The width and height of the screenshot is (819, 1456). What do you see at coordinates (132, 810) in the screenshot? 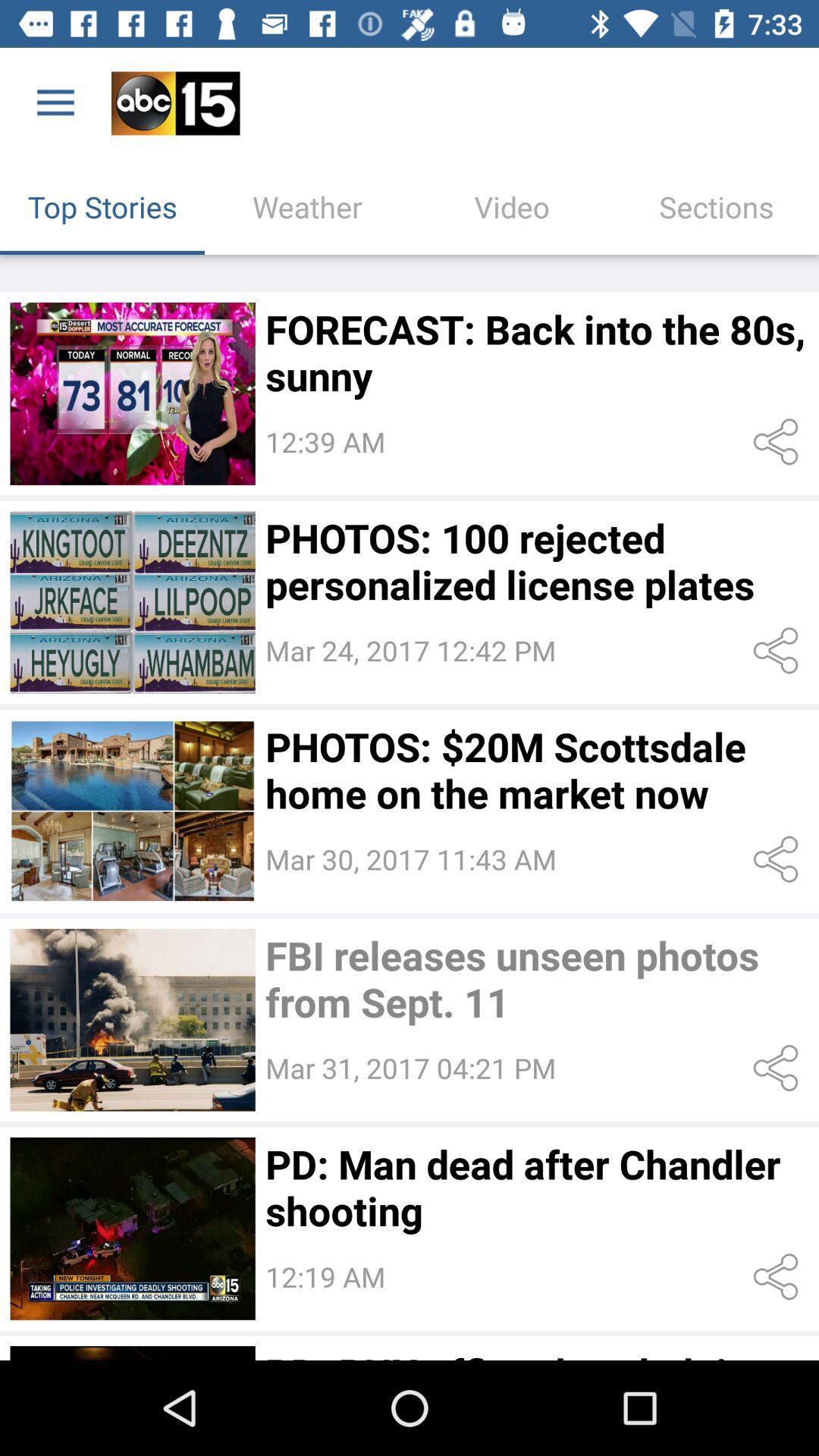
I see `more info` at bounding box center [132, 810].